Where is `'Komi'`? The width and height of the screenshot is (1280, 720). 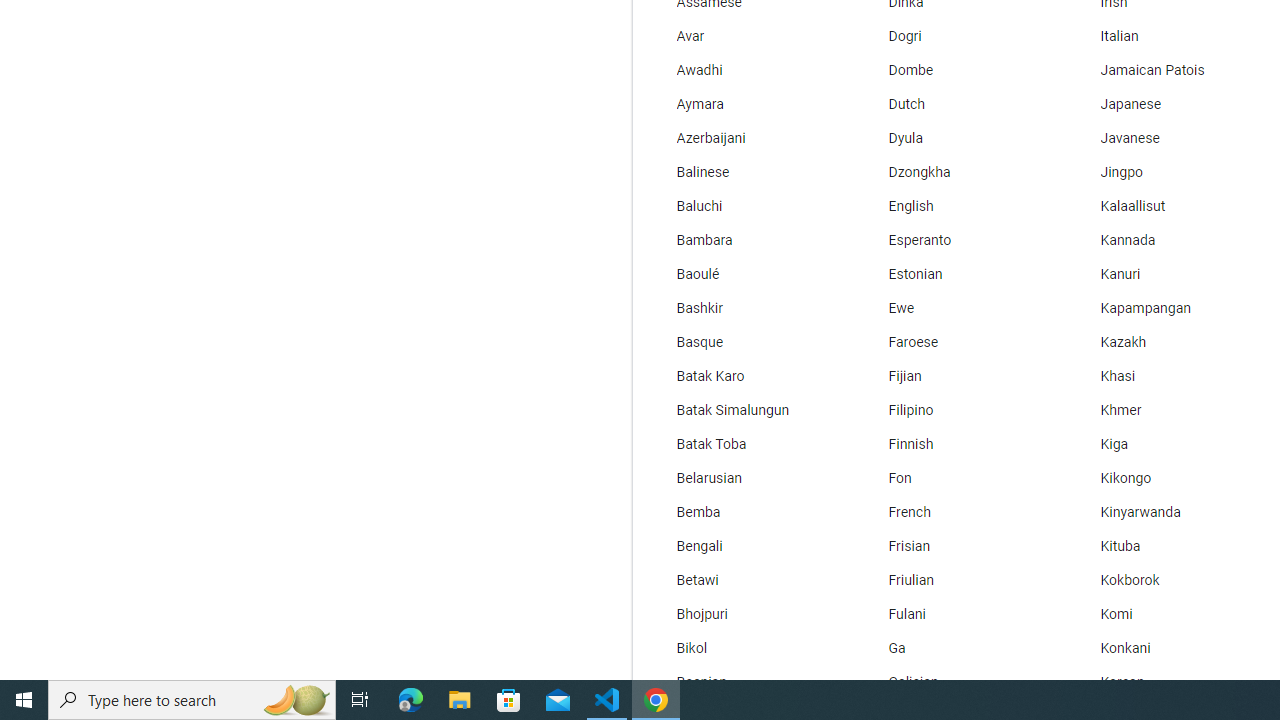
'Komi' is located at coordinates (1169, 613).